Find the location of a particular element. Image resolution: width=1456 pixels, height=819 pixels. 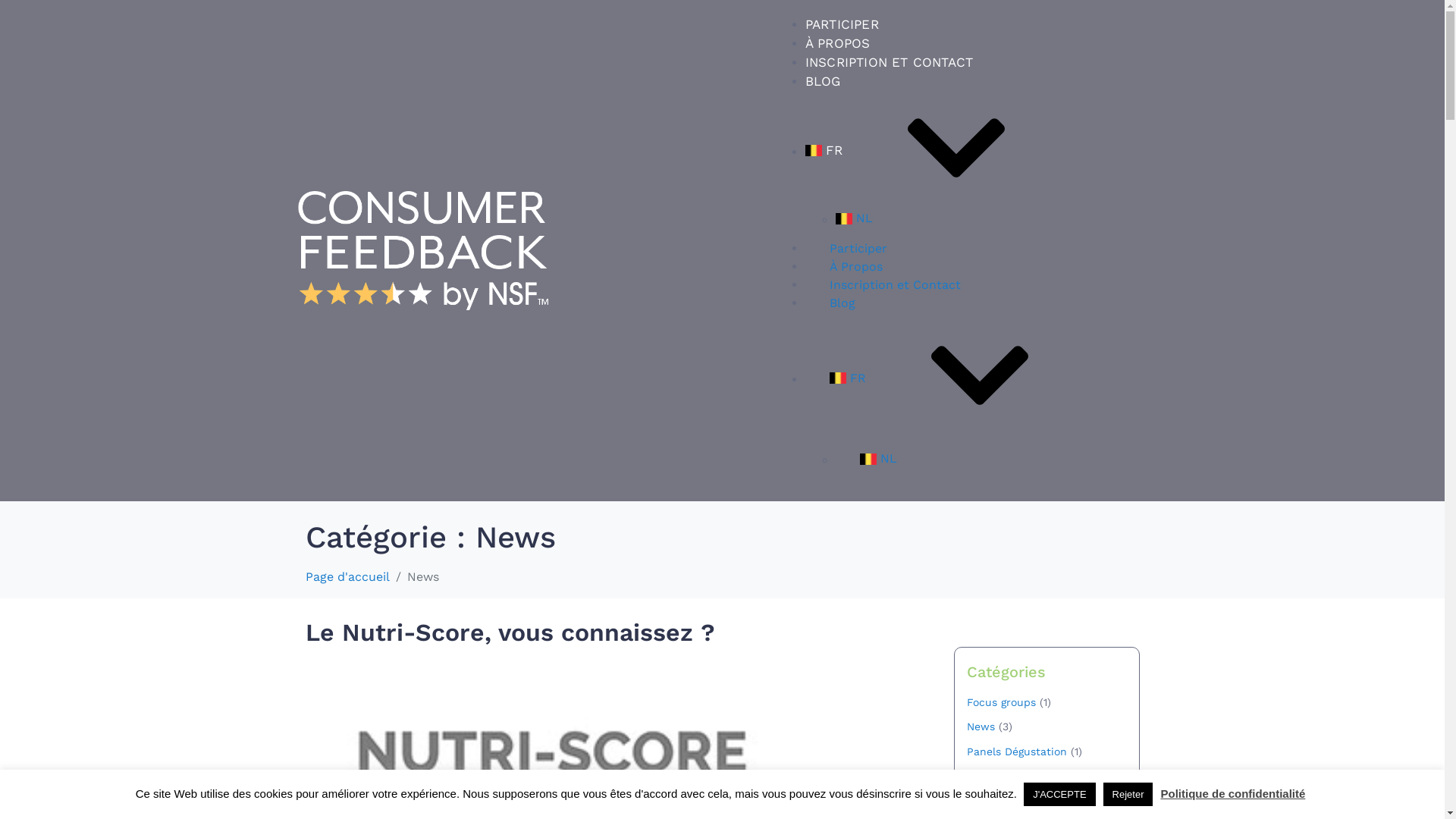

'Participer' is located at coordinates (858, 247).